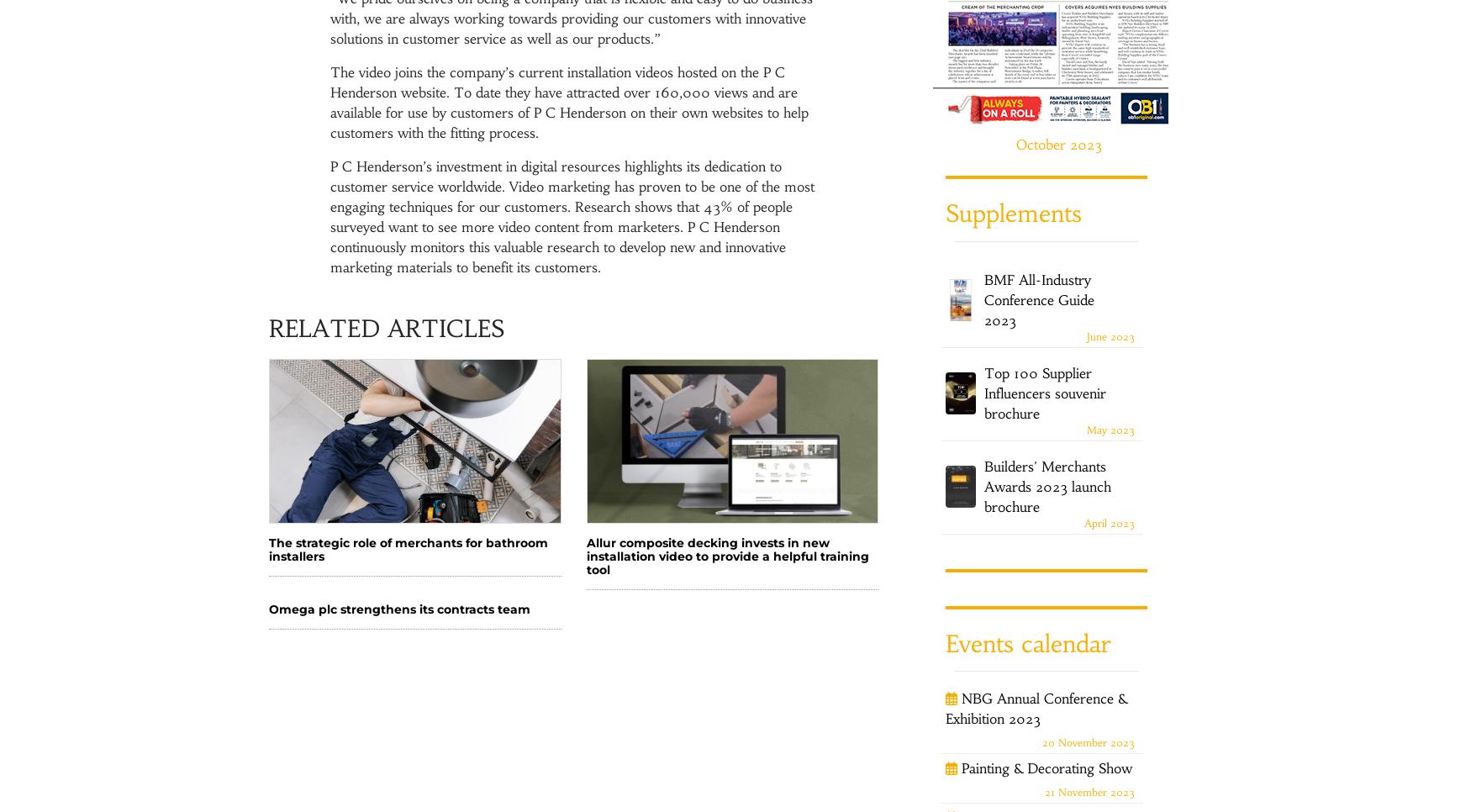 The image size is (1471, 812). What do you see at coordinates (1036, 708) in the screenshot?
I see `'NBG Annual Conference & Exhibition 2023'` at bounding box center [1036, 708].